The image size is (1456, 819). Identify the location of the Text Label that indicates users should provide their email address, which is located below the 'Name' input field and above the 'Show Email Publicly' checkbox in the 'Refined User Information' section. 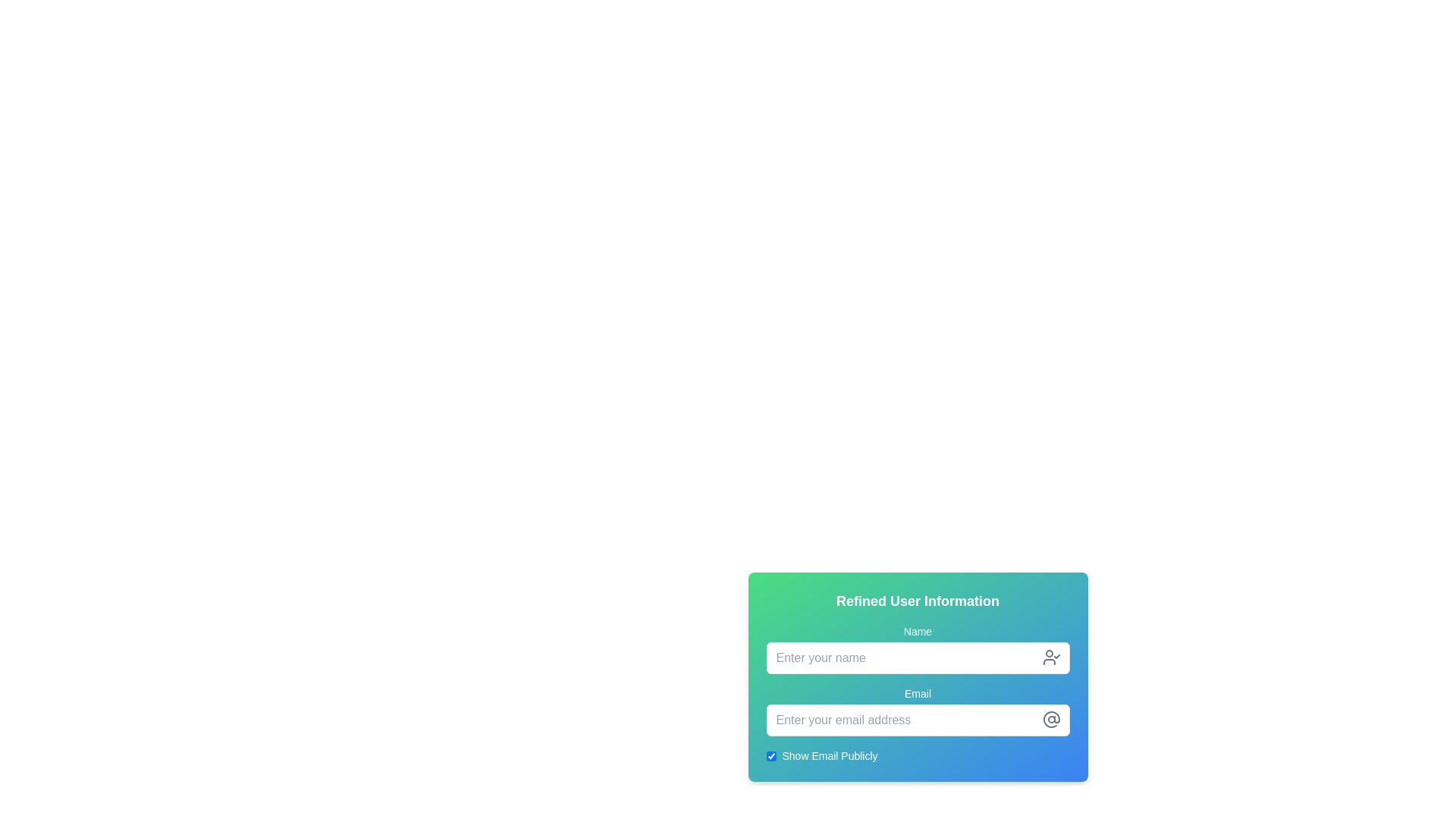
(917, 711).